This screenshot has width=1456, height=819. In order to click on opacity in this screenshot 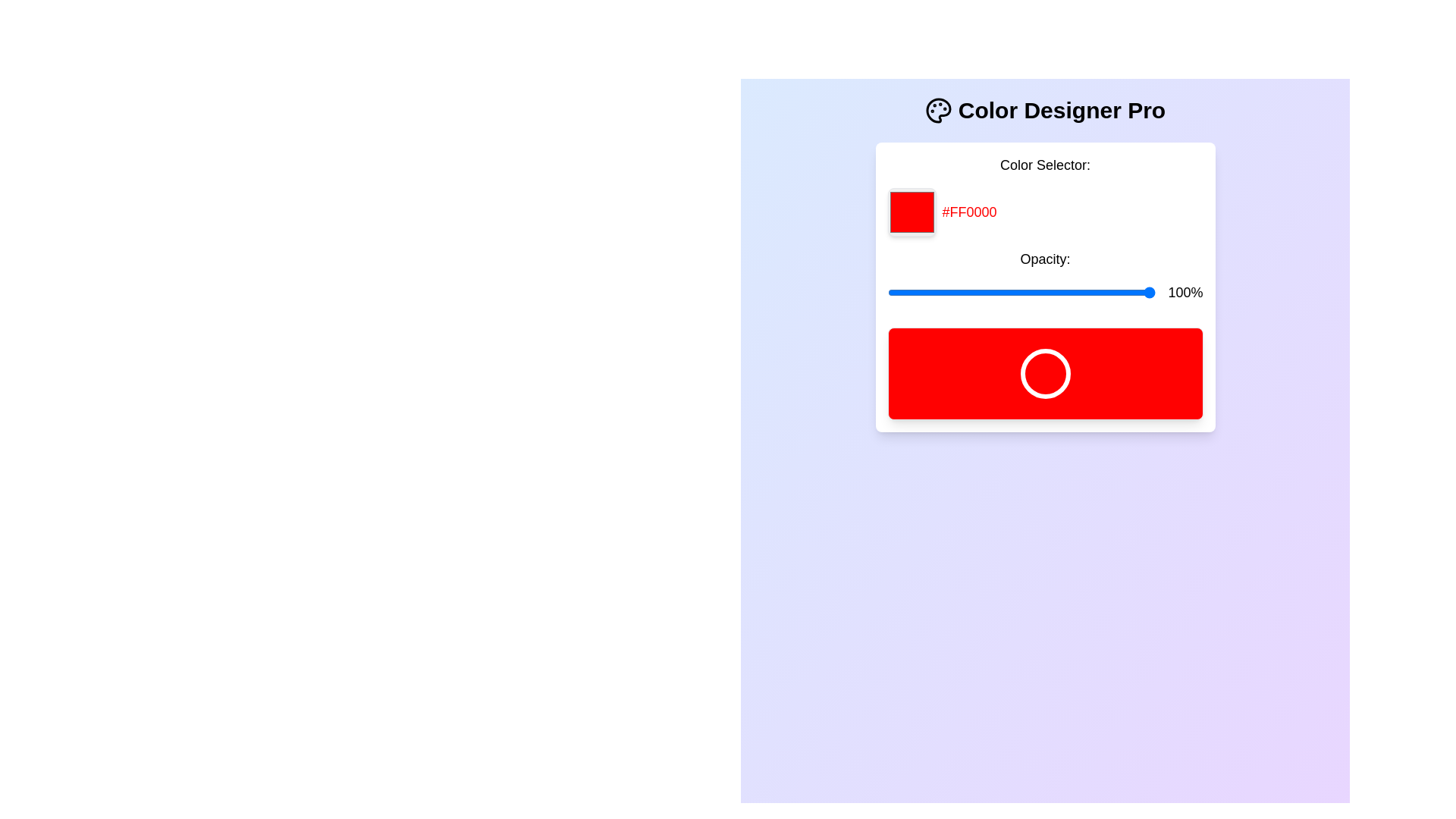, I will do `click(911, 292)`.